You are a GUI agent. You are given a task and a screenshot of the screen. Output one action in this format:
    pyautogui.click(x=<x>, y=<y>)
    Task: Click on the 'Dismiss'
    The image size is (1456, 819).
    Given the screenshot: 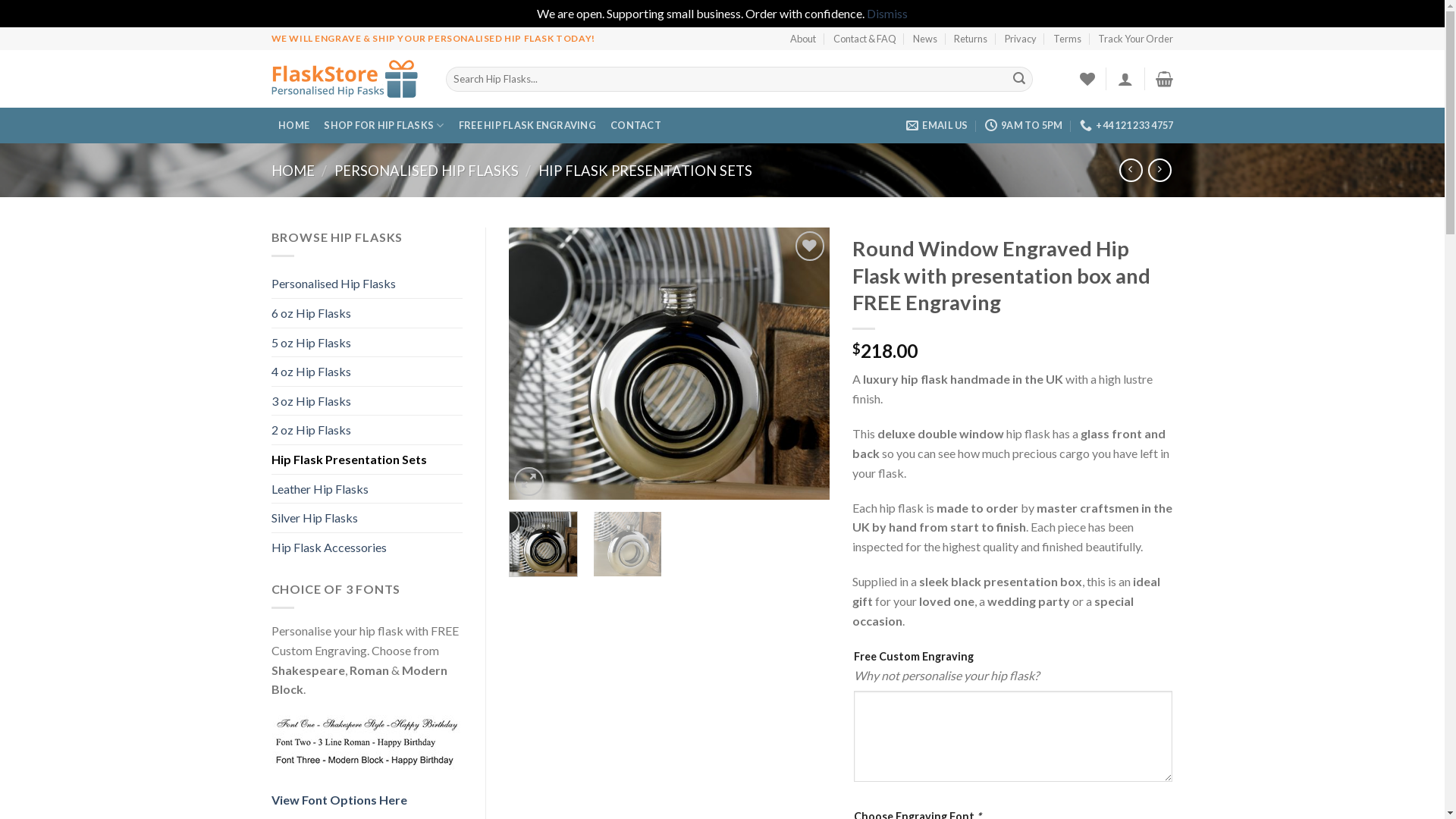 What is the action you would take?
    pyautogui.click(x=887, y=13)
    